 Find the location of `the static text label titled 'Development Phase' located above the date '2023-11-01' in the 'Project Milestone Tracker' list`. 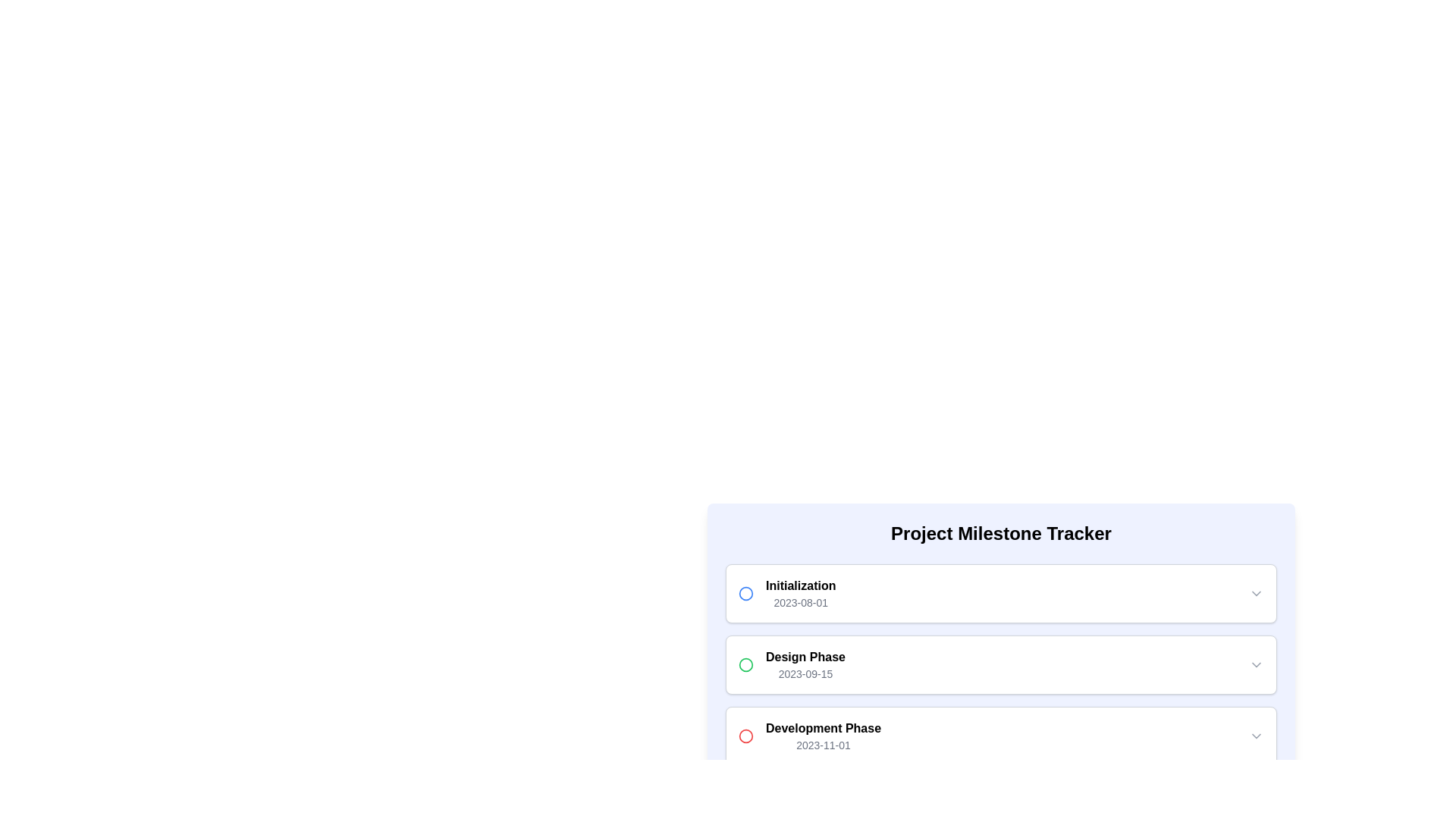

the static text label titled 'Development Phase' located above the date '2023-11-01' in the 'Project Milestone Tracker' list is located at coordinates (822, 727).